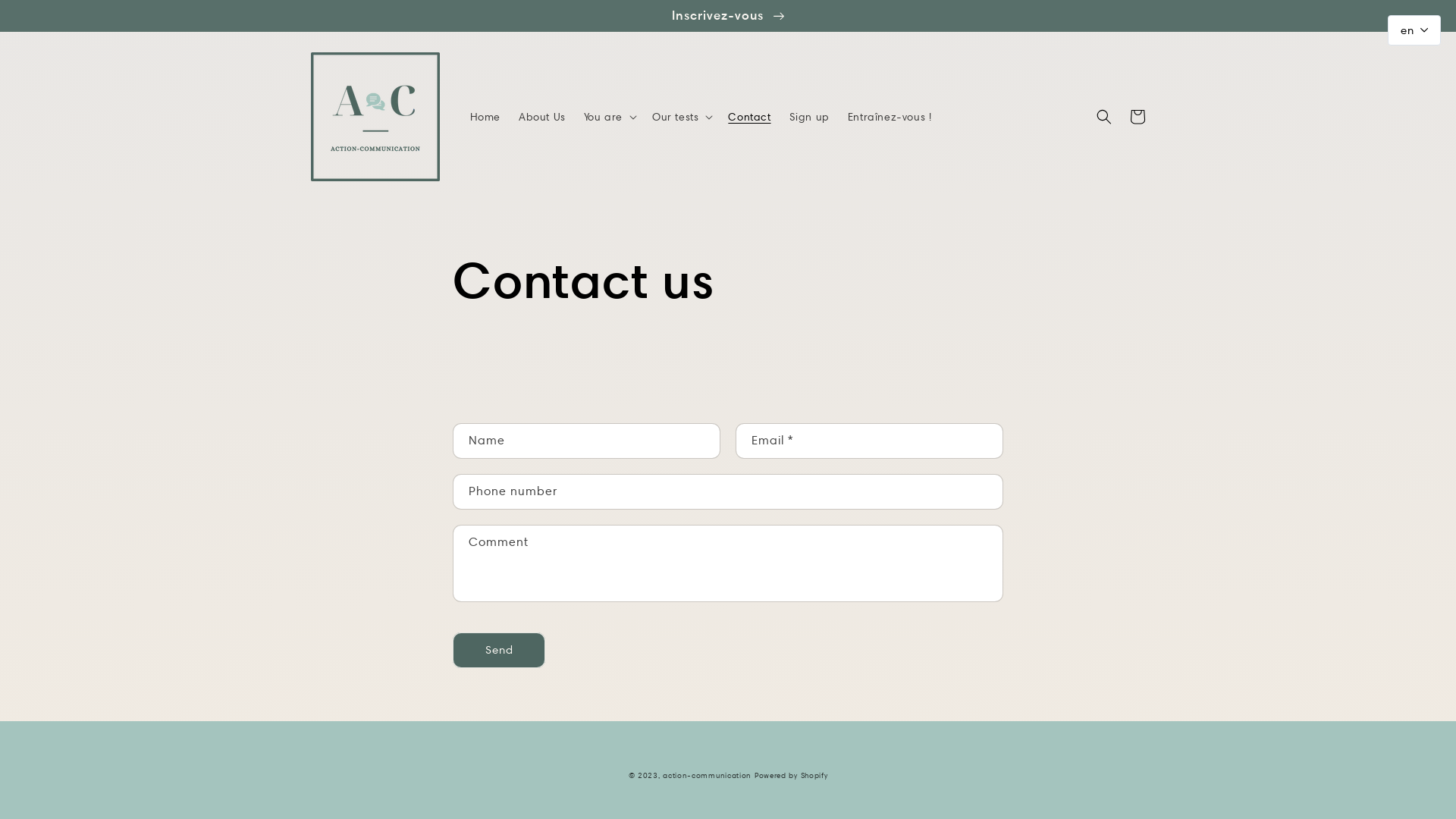 The image size is (1456, 819). Describe the element at coordinates (662, 775) in the screenshot. I see `'action-communication'` at that location.